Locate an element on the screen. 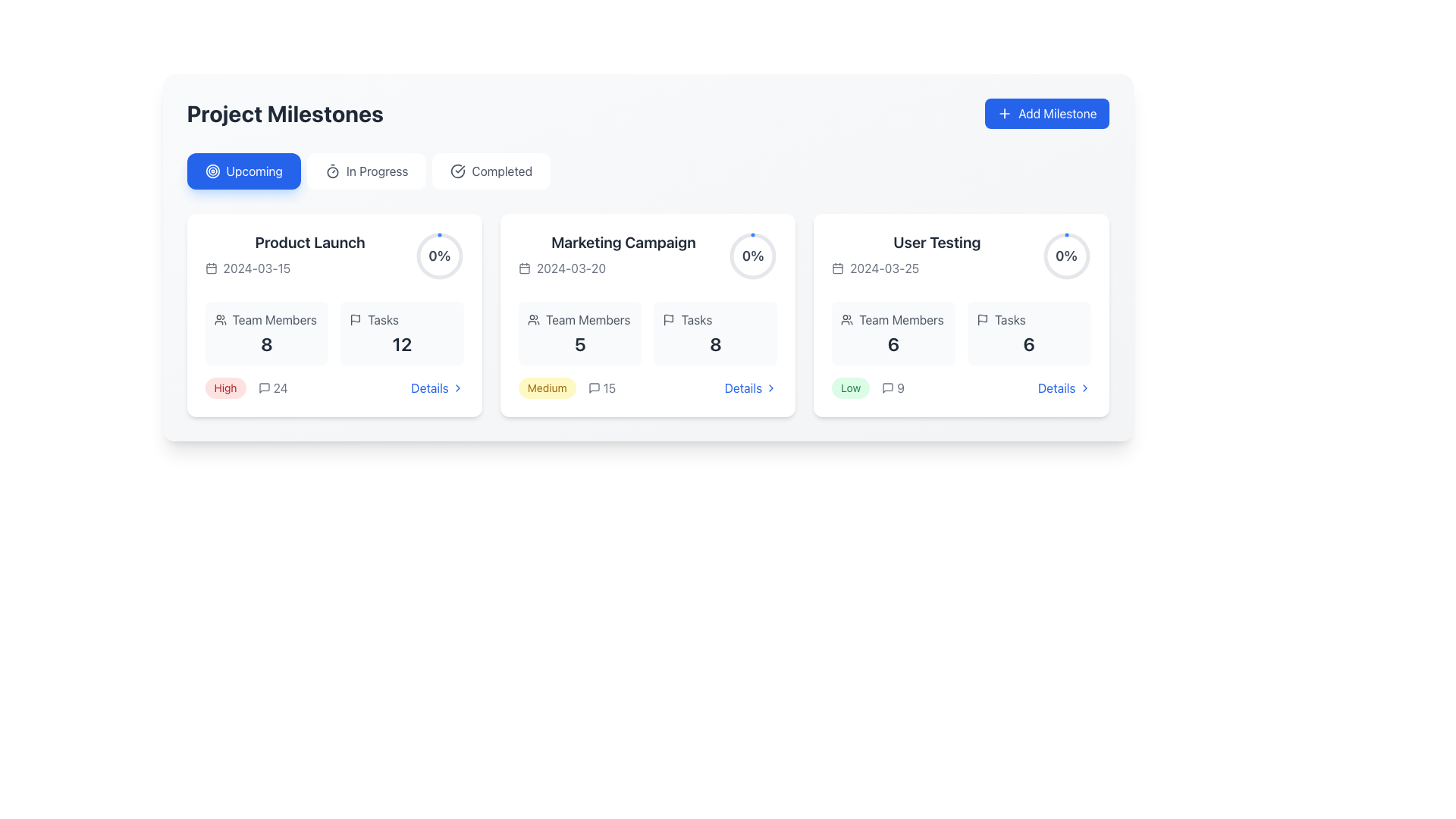 This screenshot has height=819, width=1456. the decorative visual identifier indicating the 'Upcoming' section or filter, which is part of the 'Upcoming' button located at the top left of the interface is located at coordinates (212, 171).